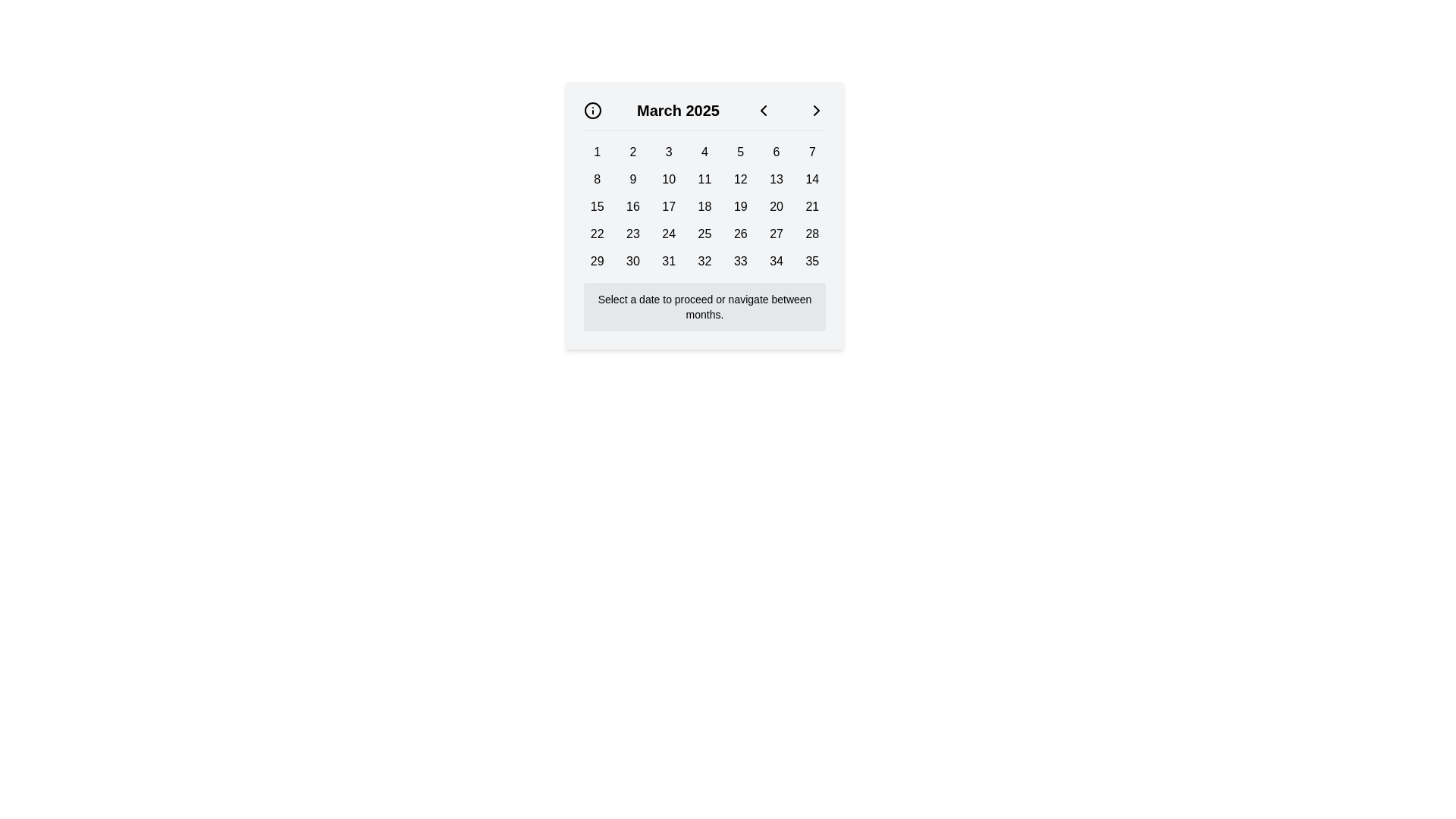  What do you see at coordinates (704, 207) in the screenshot?
I see `the grid layout containing buttons numbered from 1 to 35` at bounding box center [704, 207].